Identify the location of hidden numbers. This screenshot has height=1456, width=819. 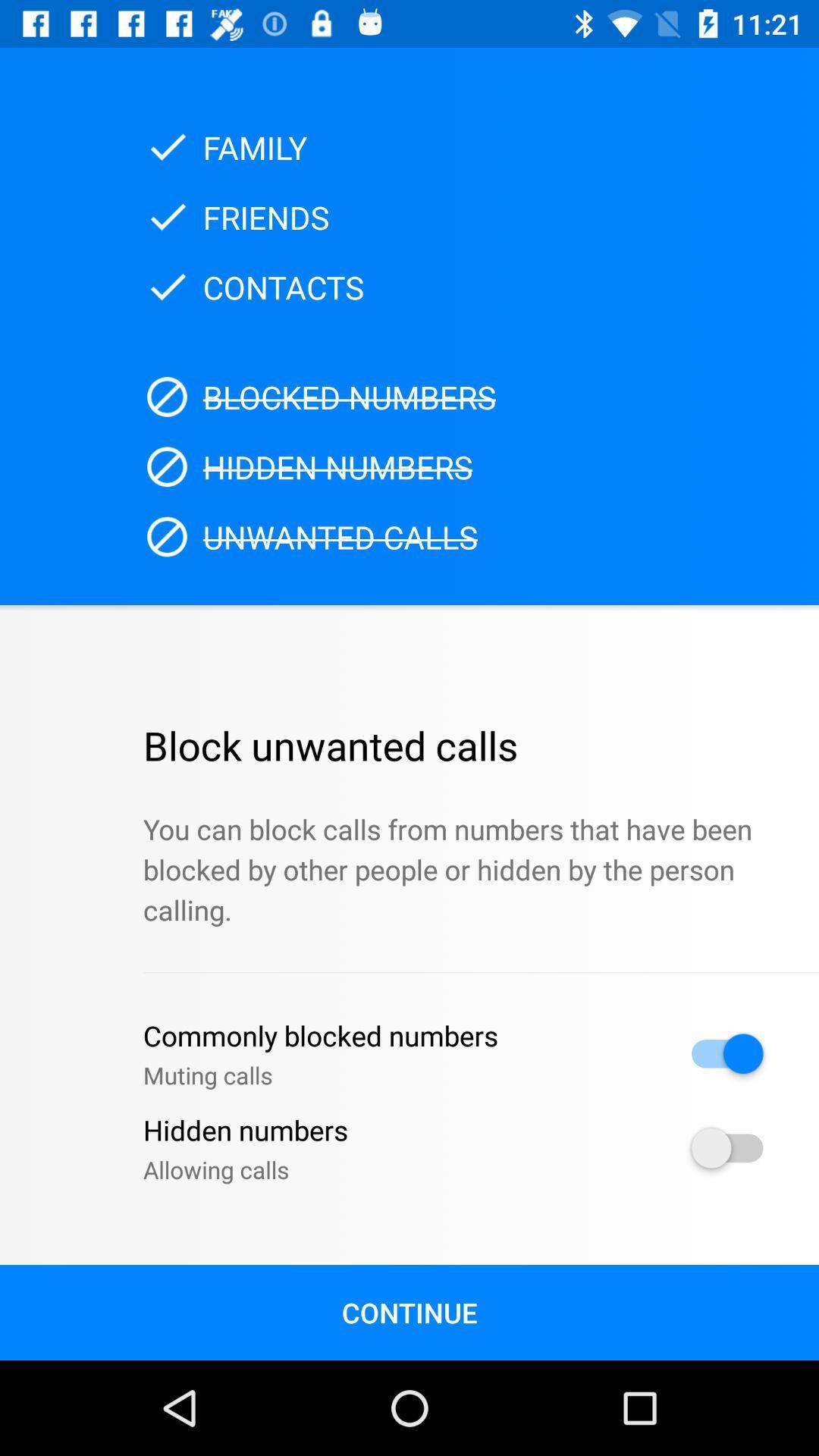
(726, 1148).